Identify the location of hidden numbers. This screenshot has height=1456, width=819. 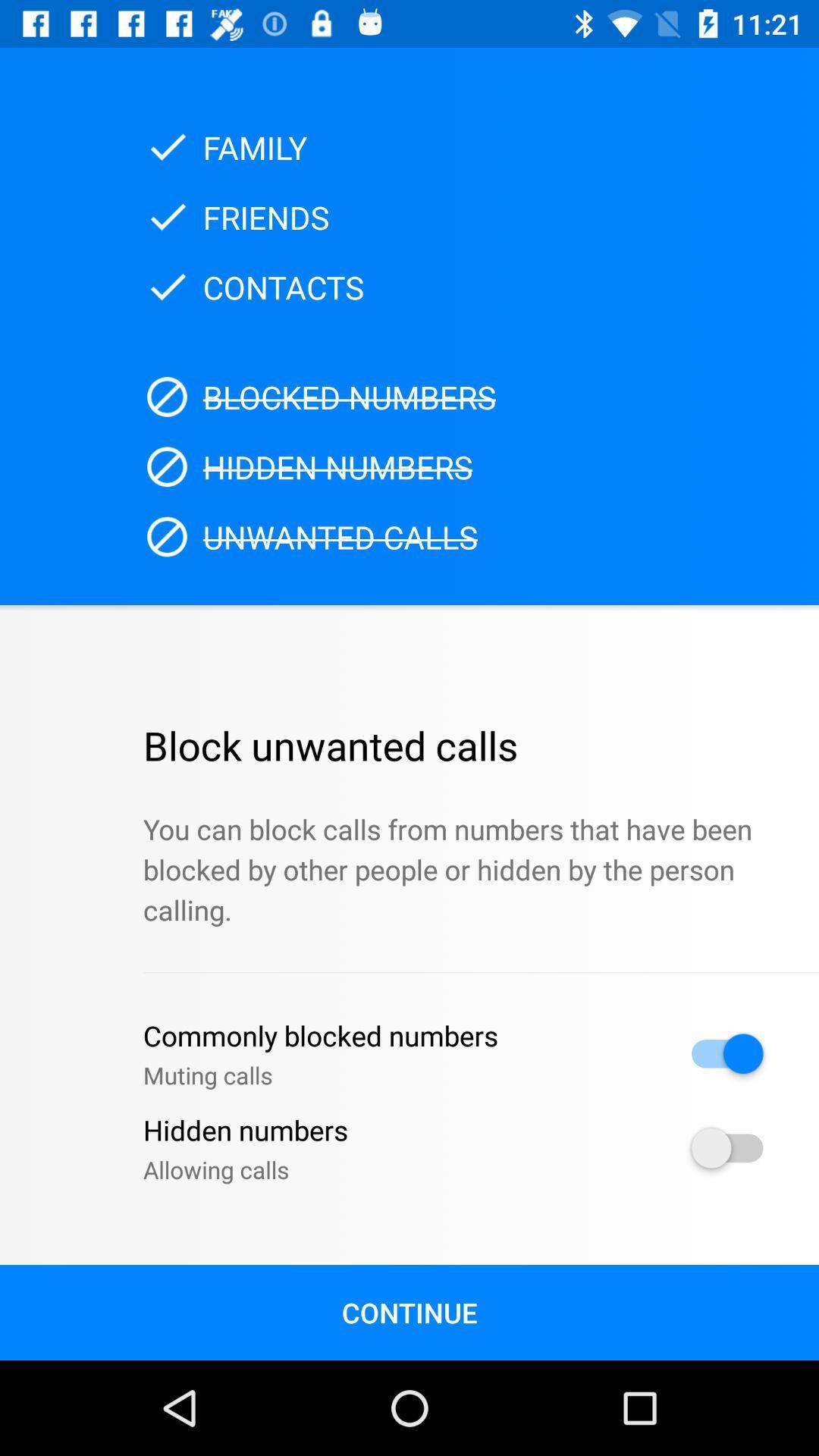
(726, 1148).